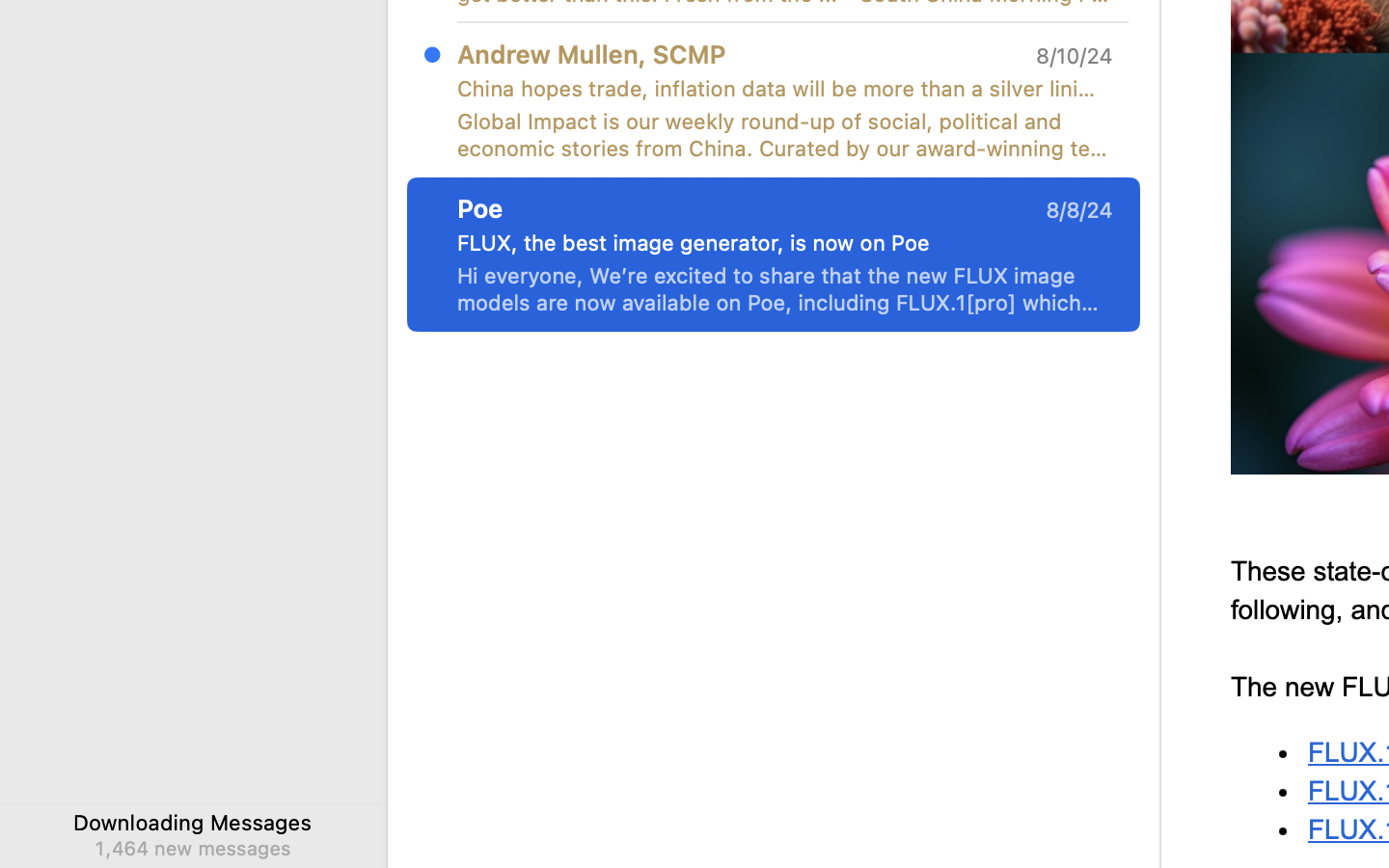 This screenshot has height=868, width=1389. I want to click on 'FLUX, the best image generator, is now on Poe', so click(776, 242).